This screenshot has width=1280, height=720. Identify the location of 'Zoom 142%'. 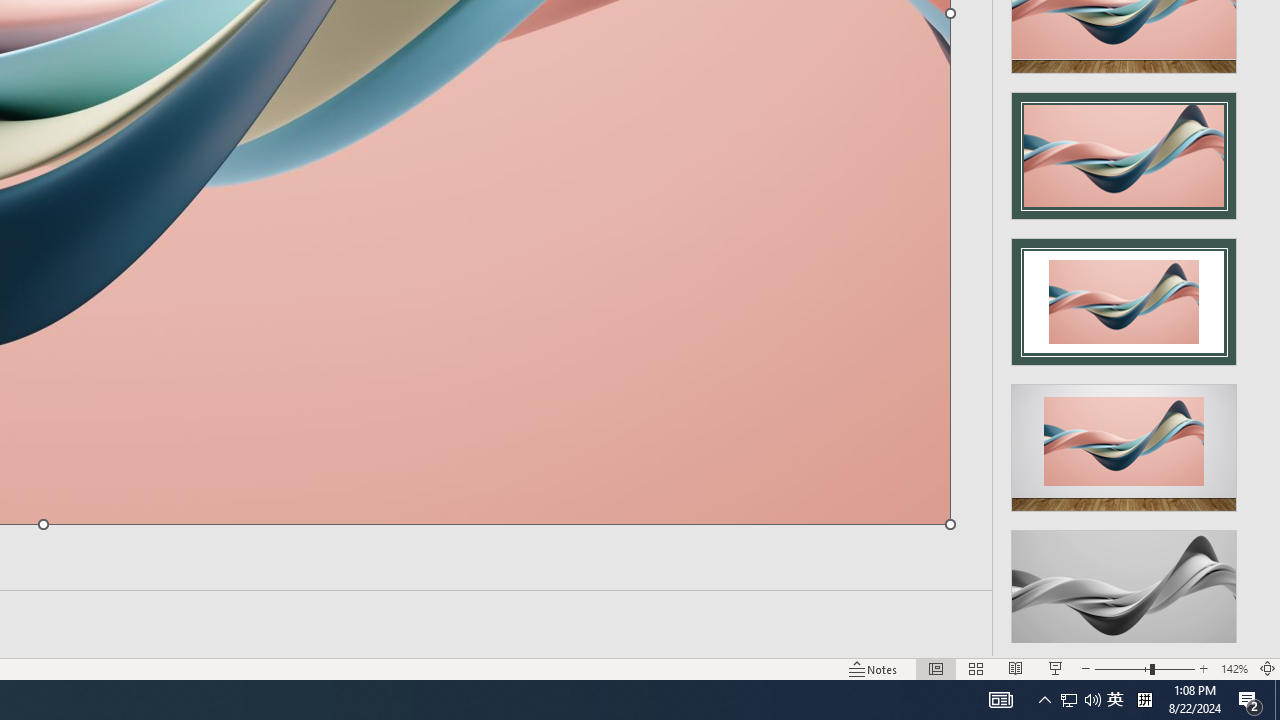
(1233, 669).